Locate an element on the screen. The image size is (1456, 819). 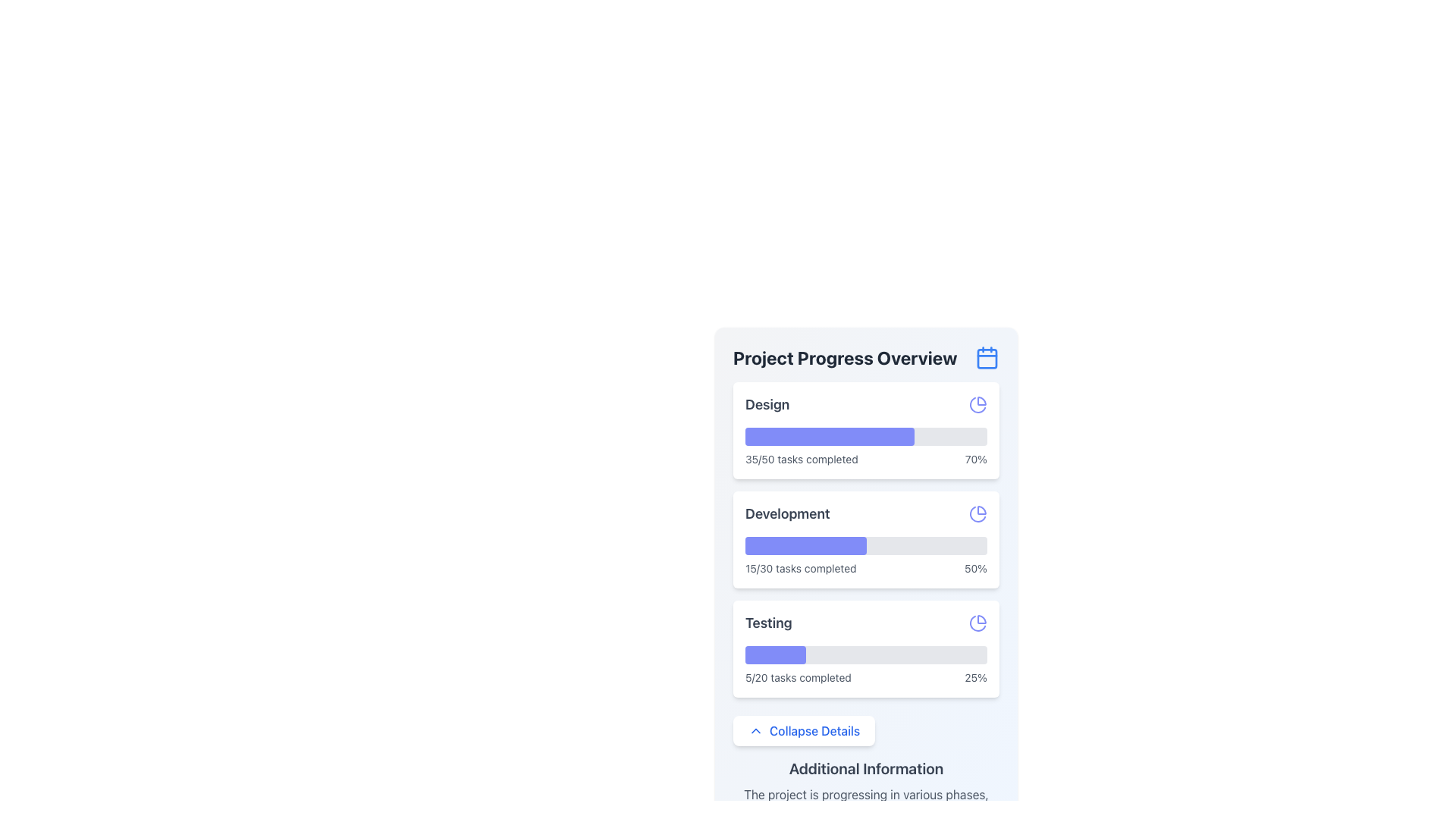
the text label displaying 'Design' in bold dark gray font, located within the 'Project Progress Overview' section, positioned before the pie chart icon is located at coordinates (767, 403).